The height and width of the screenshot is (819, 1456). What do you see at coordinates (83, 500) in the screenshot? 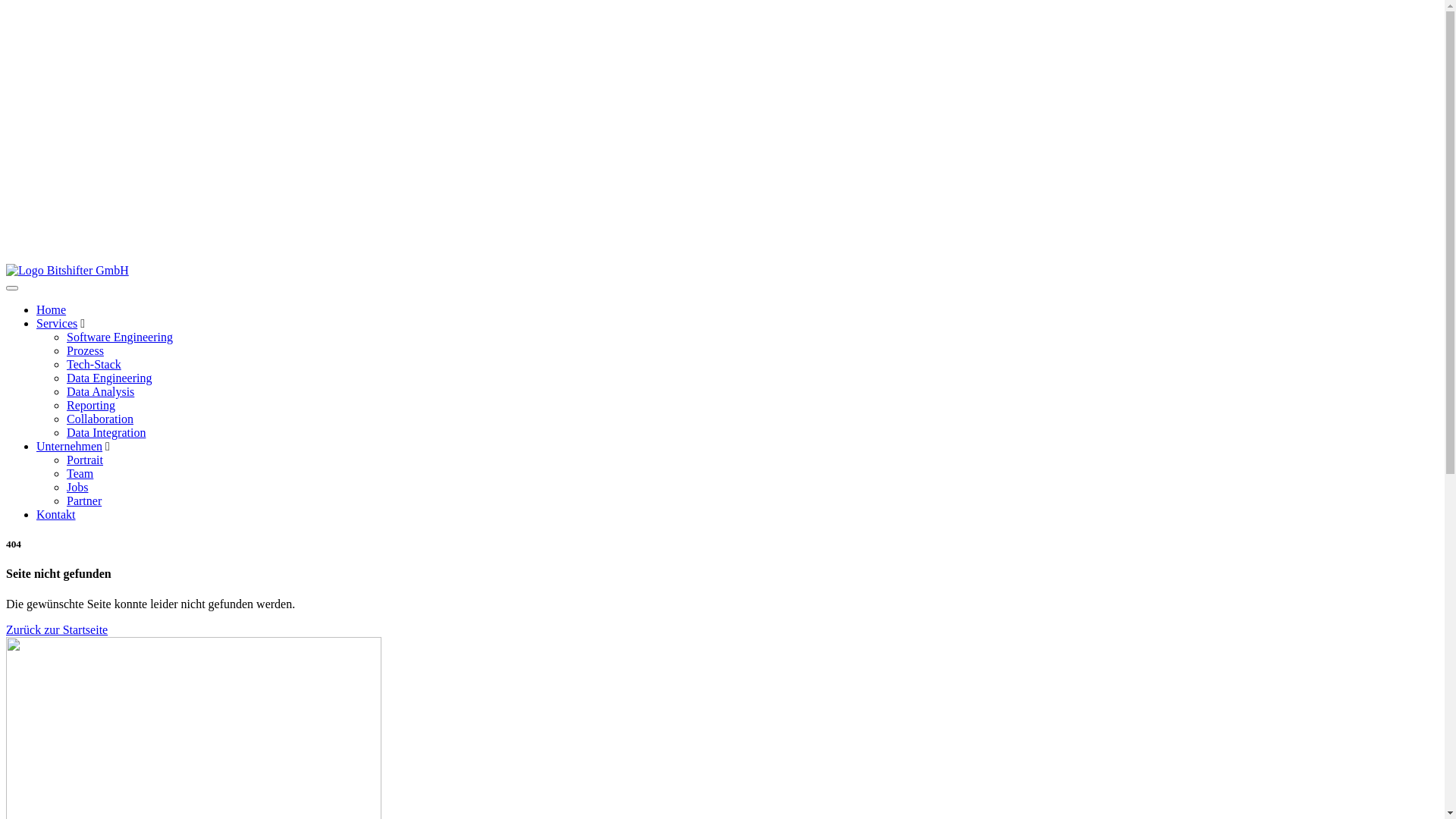
I see `'Partner'` at bounding box center [83, 500].